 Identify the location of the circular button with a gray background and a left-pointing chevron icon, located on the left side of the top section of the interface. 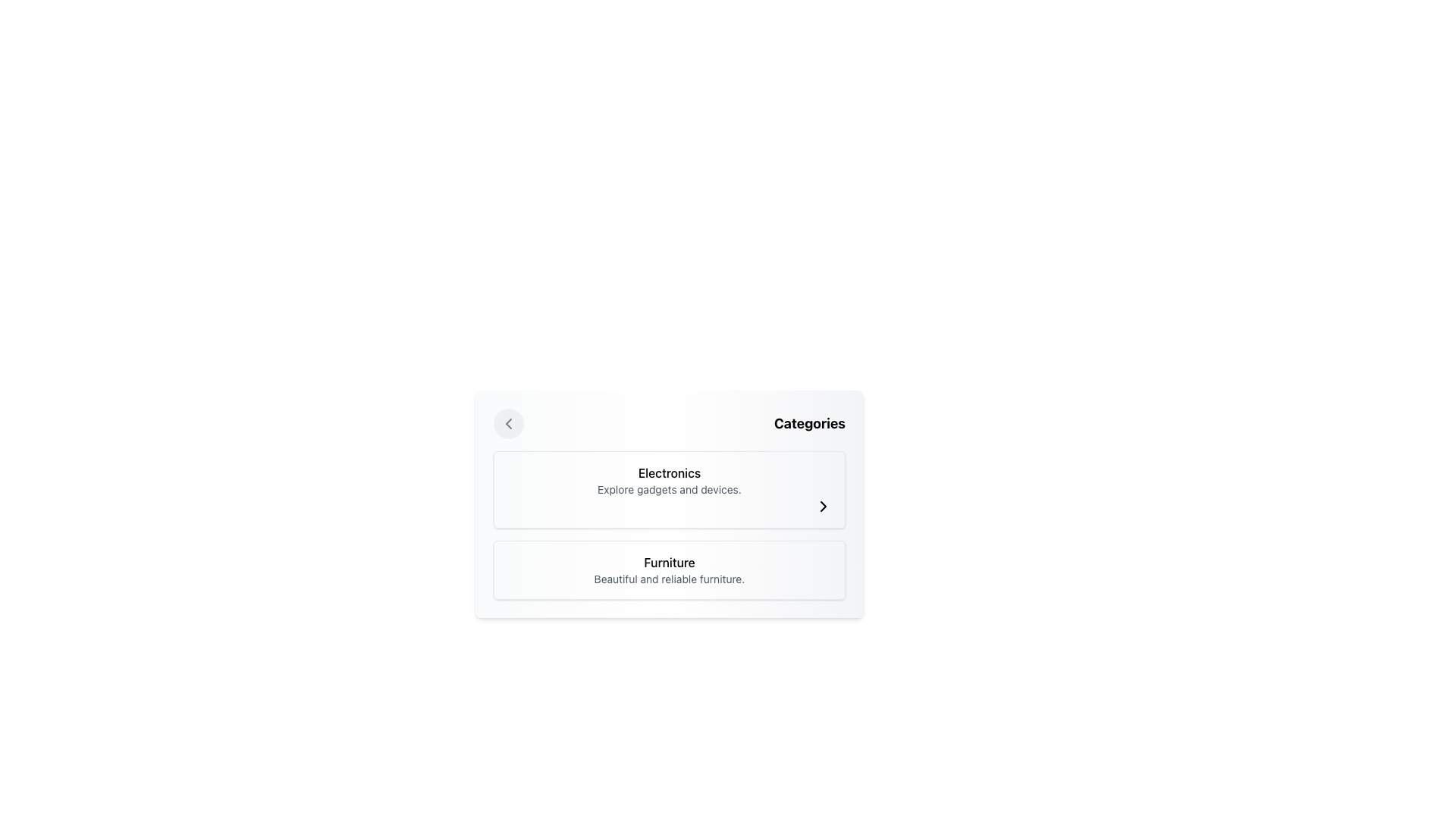
(509, 424).